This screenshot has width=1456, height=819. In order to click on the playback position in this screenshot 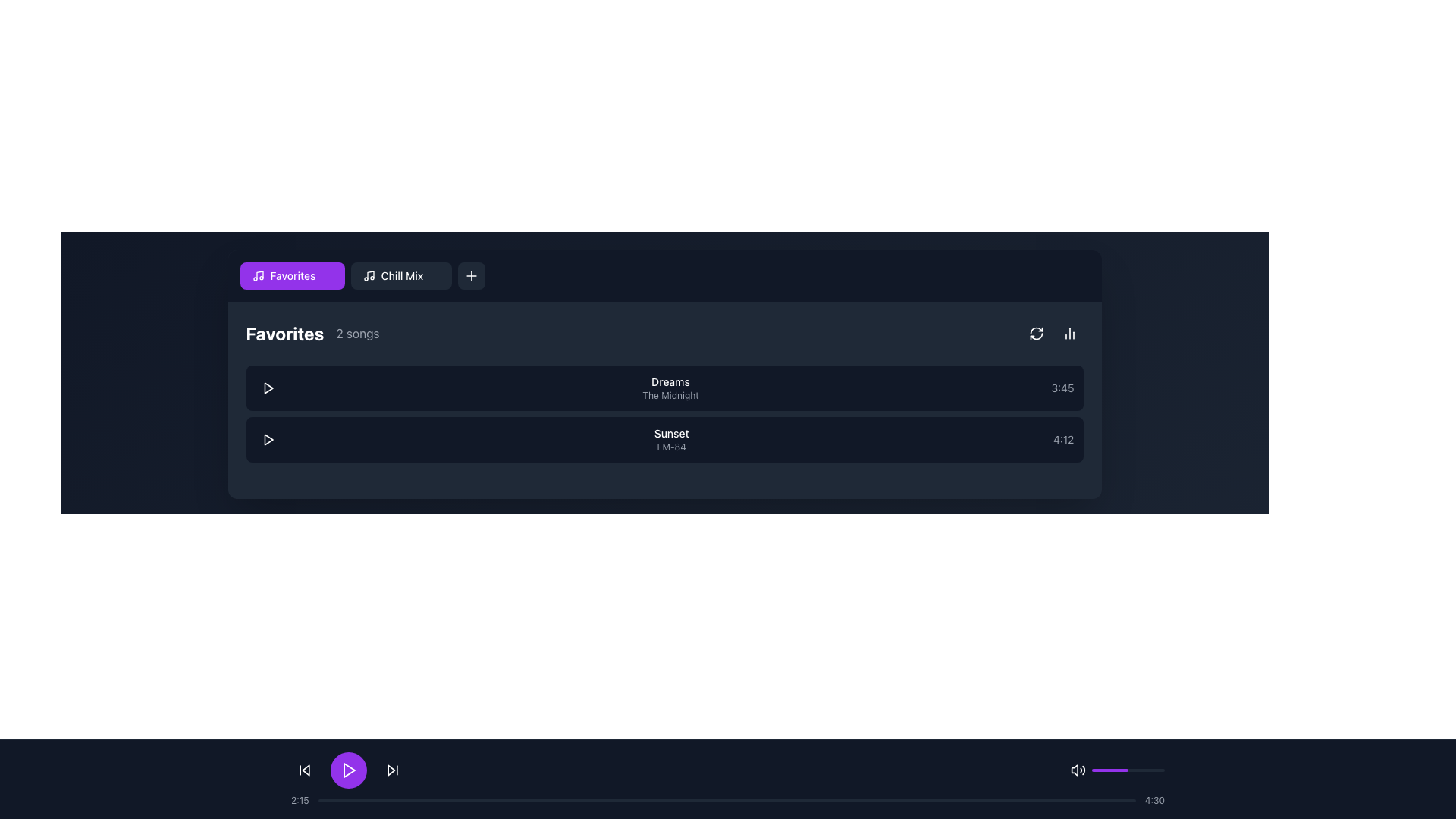, I will do `click(548, 800)`.